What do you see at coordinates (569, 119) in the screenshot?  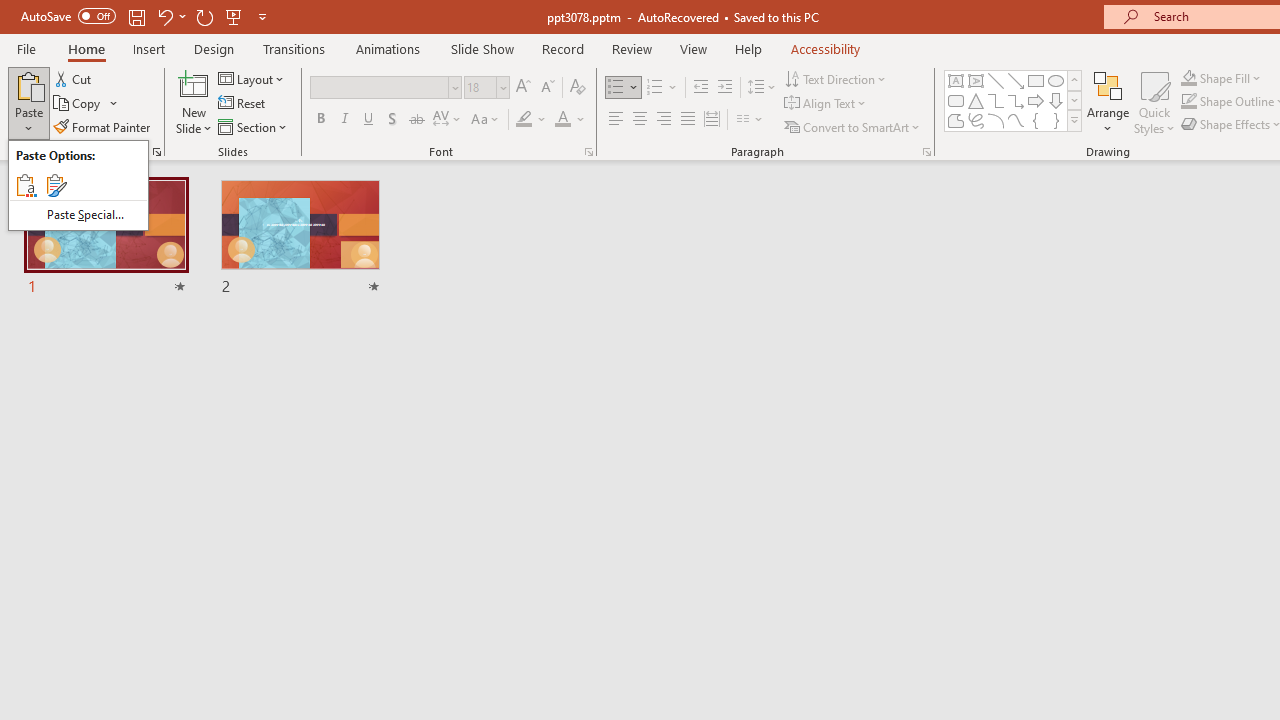 I see `'Font Color'` at bounding box center [569, 119].